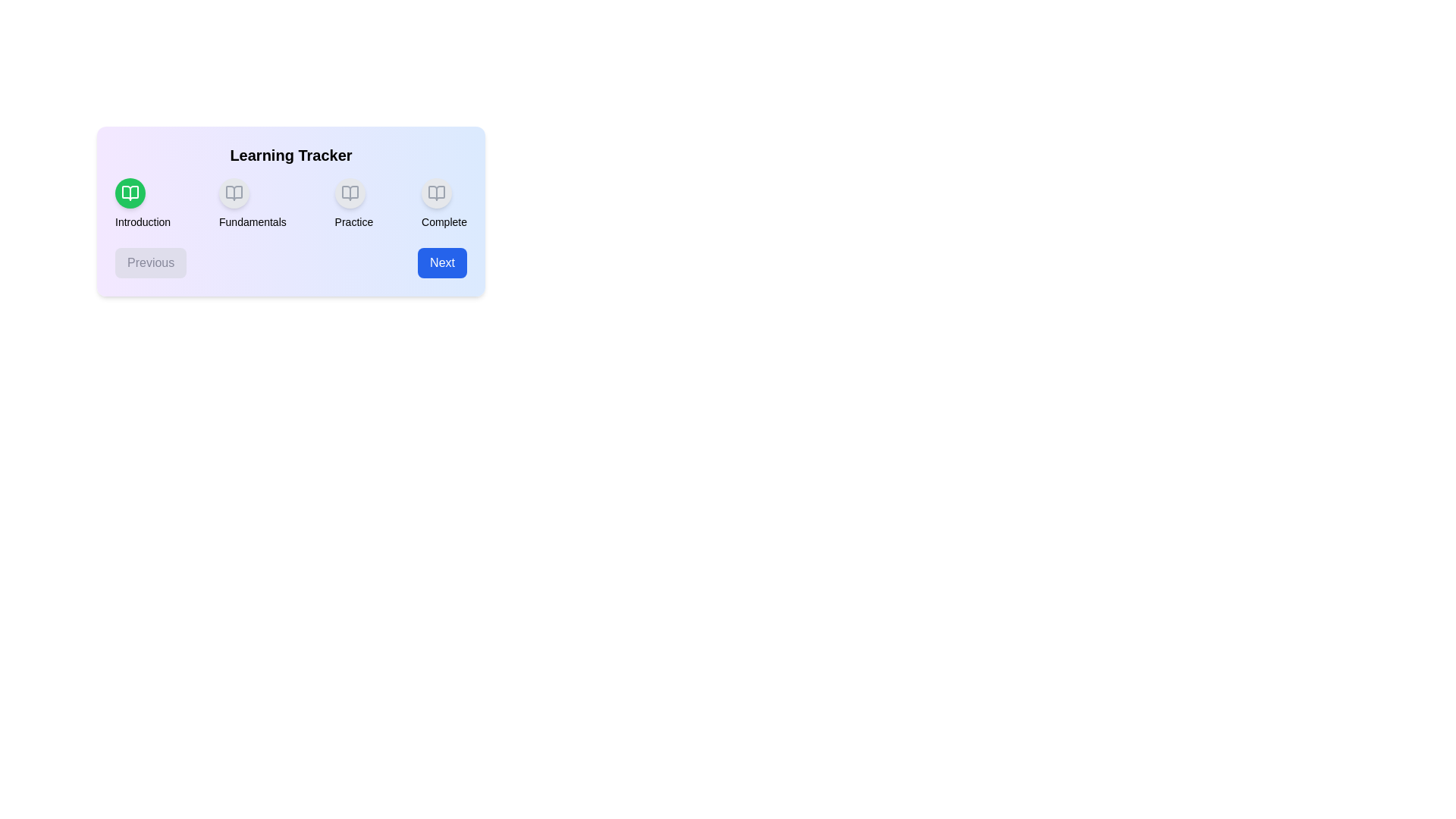  I want to click on the 'Complete' button in the learning tracker interface, which is the fourth icon in a horizontal sequence of icons labeled 'Introduction,' 'Fundamentals,' 'Practice,' and 'Complete.', so click(436, 192).